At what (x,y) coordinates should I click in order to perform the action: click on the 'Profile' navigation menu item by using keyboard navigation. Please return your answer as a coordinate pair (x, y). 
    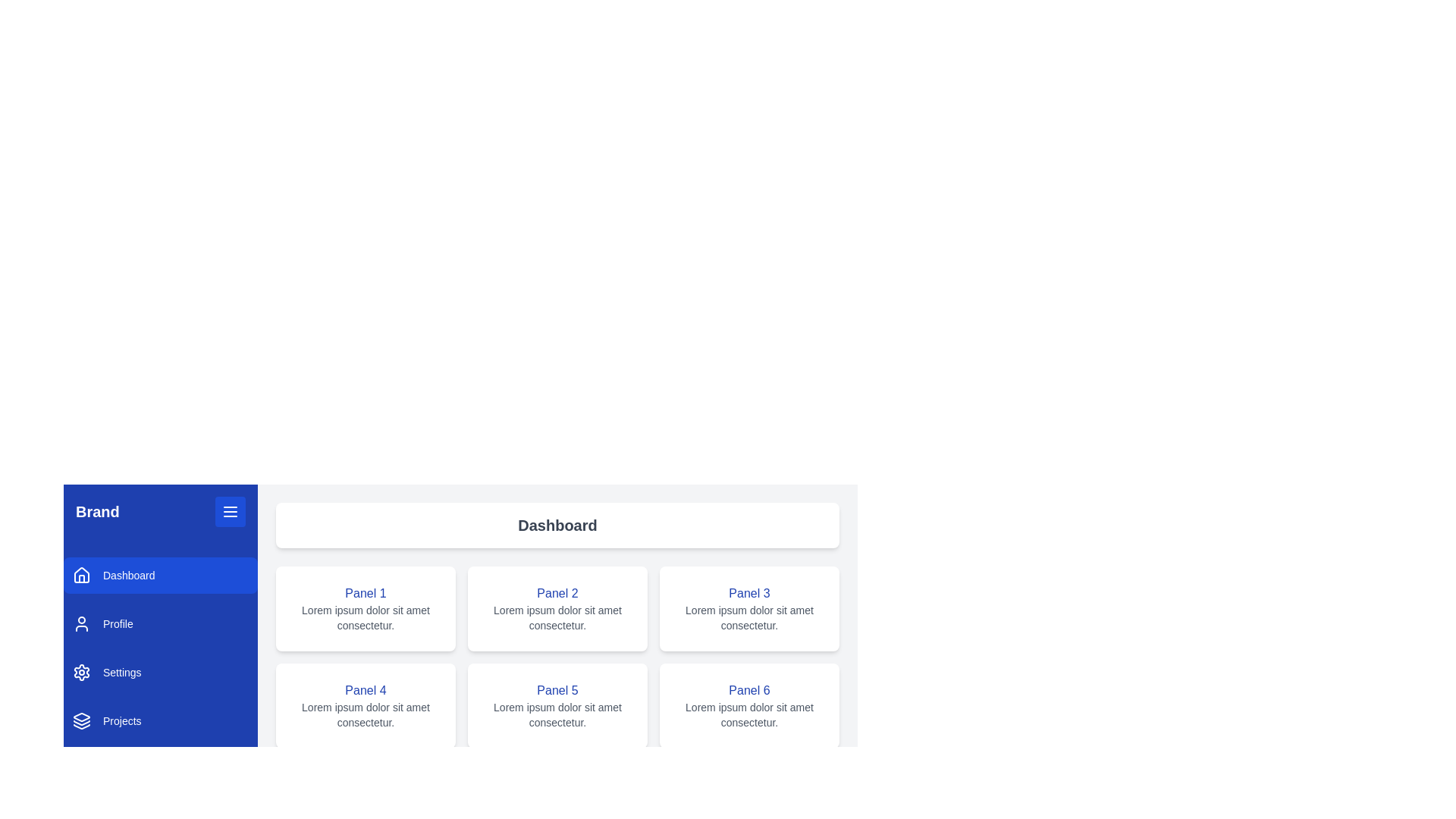
    Looking at the image, I should click on (160, 623).